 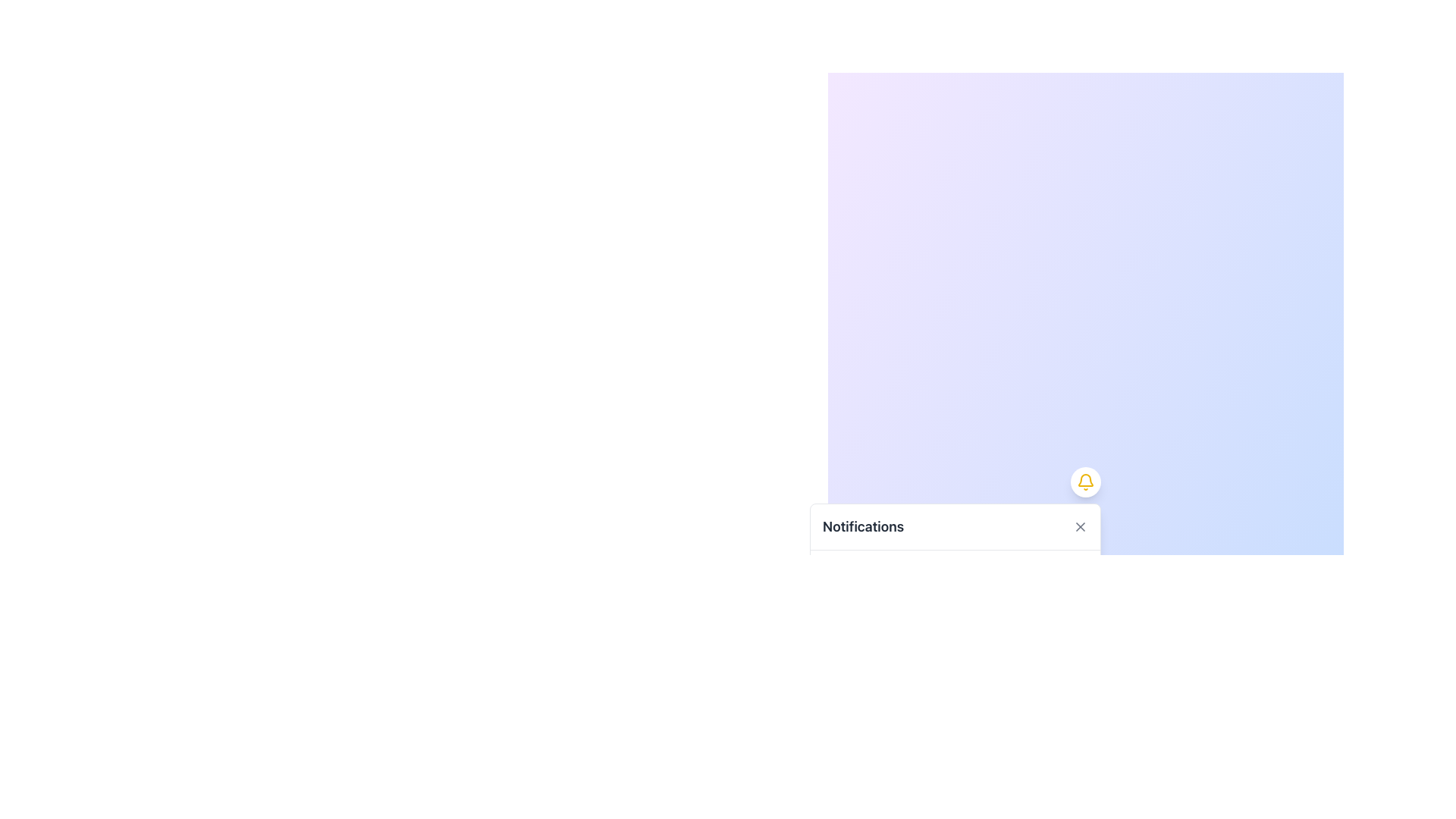 I want to click on the close icon located at the far right of the notification panel, so click(x=1080, y=526).